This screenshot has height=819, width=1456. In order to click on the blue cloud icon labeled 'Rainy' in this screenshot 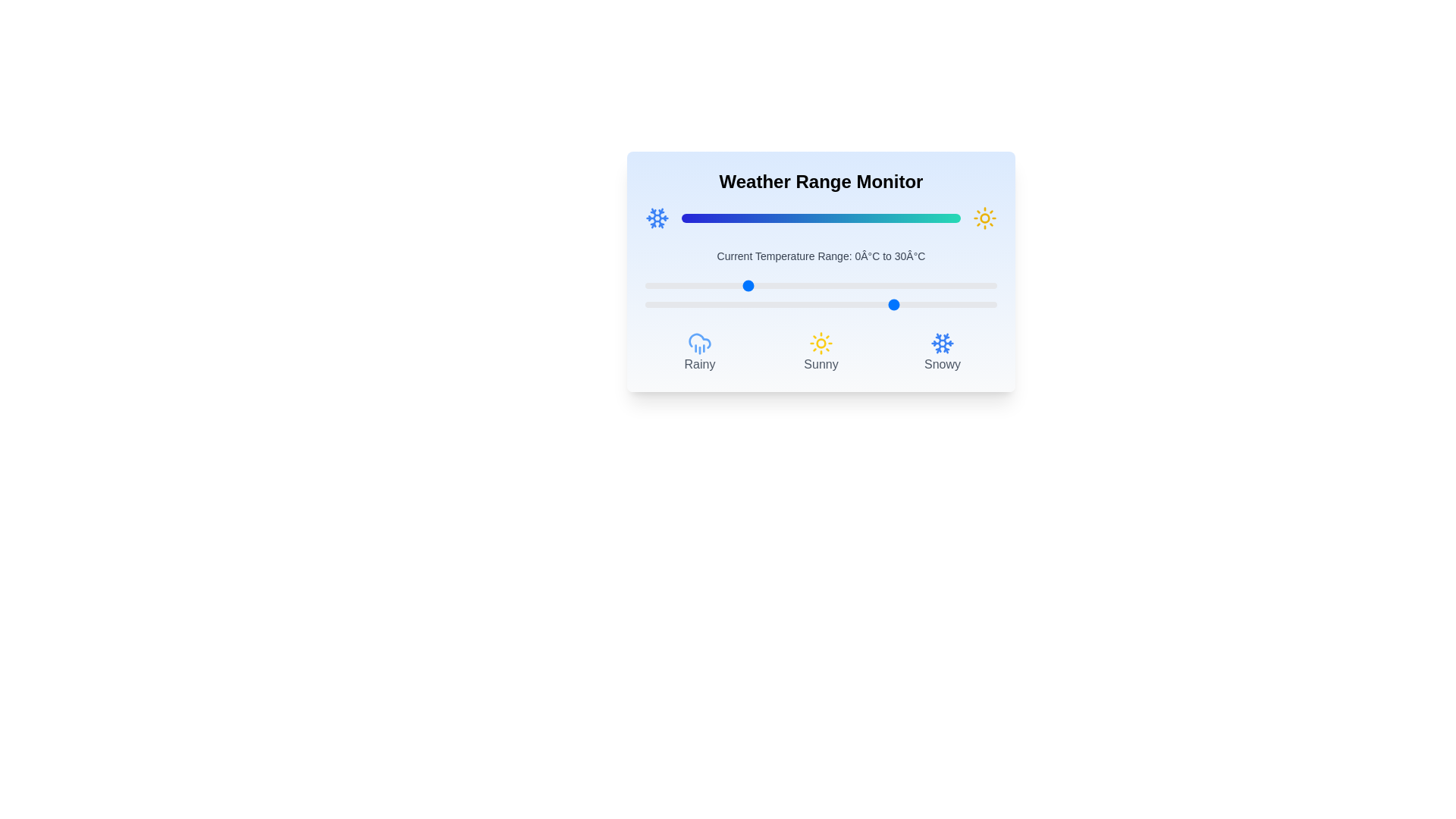, I will do `click(698, 353)`.